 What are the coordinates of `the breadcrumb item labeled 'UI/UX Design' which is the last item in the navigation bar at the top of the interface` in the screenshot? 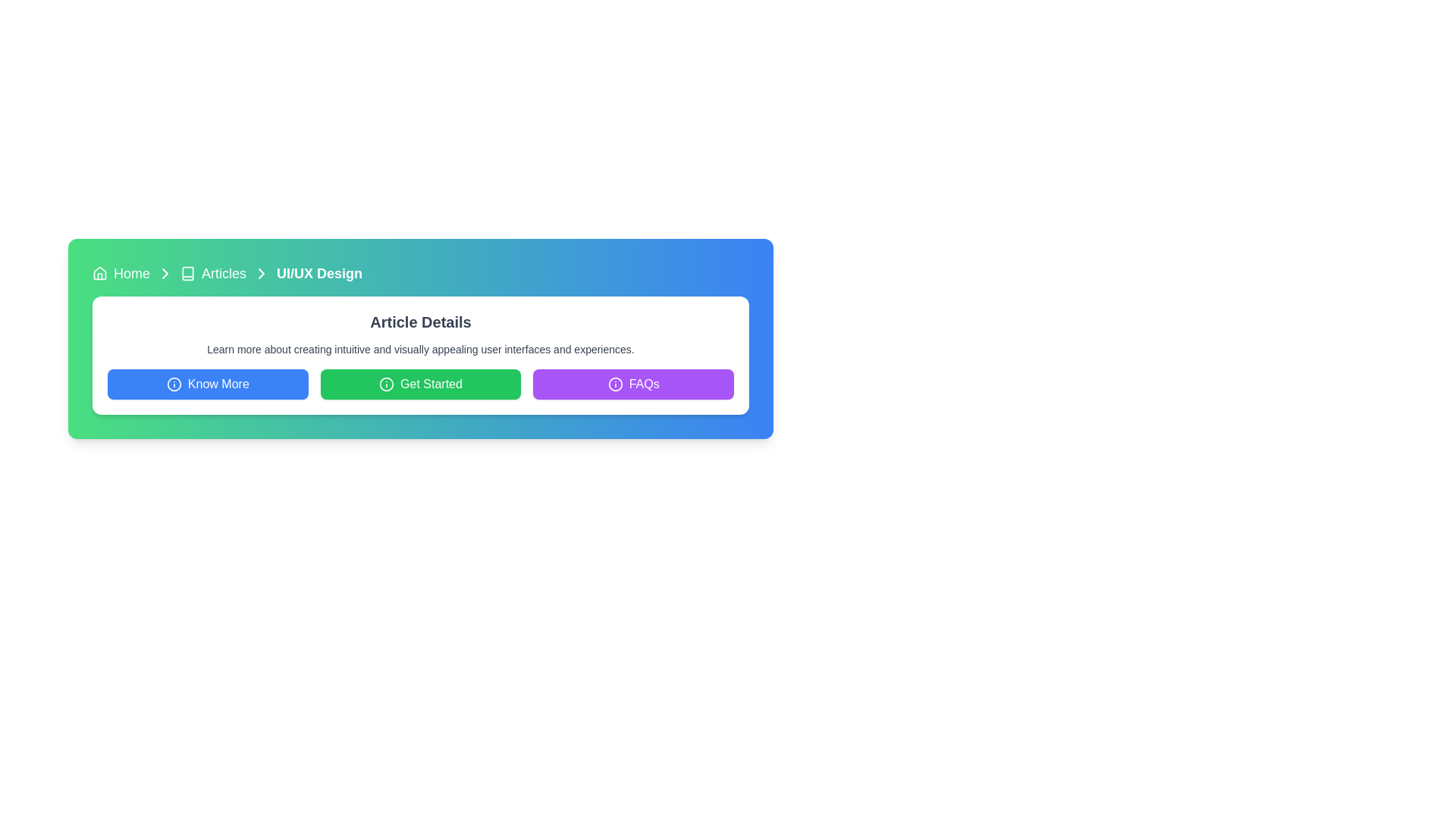 It's located at (318, 274).